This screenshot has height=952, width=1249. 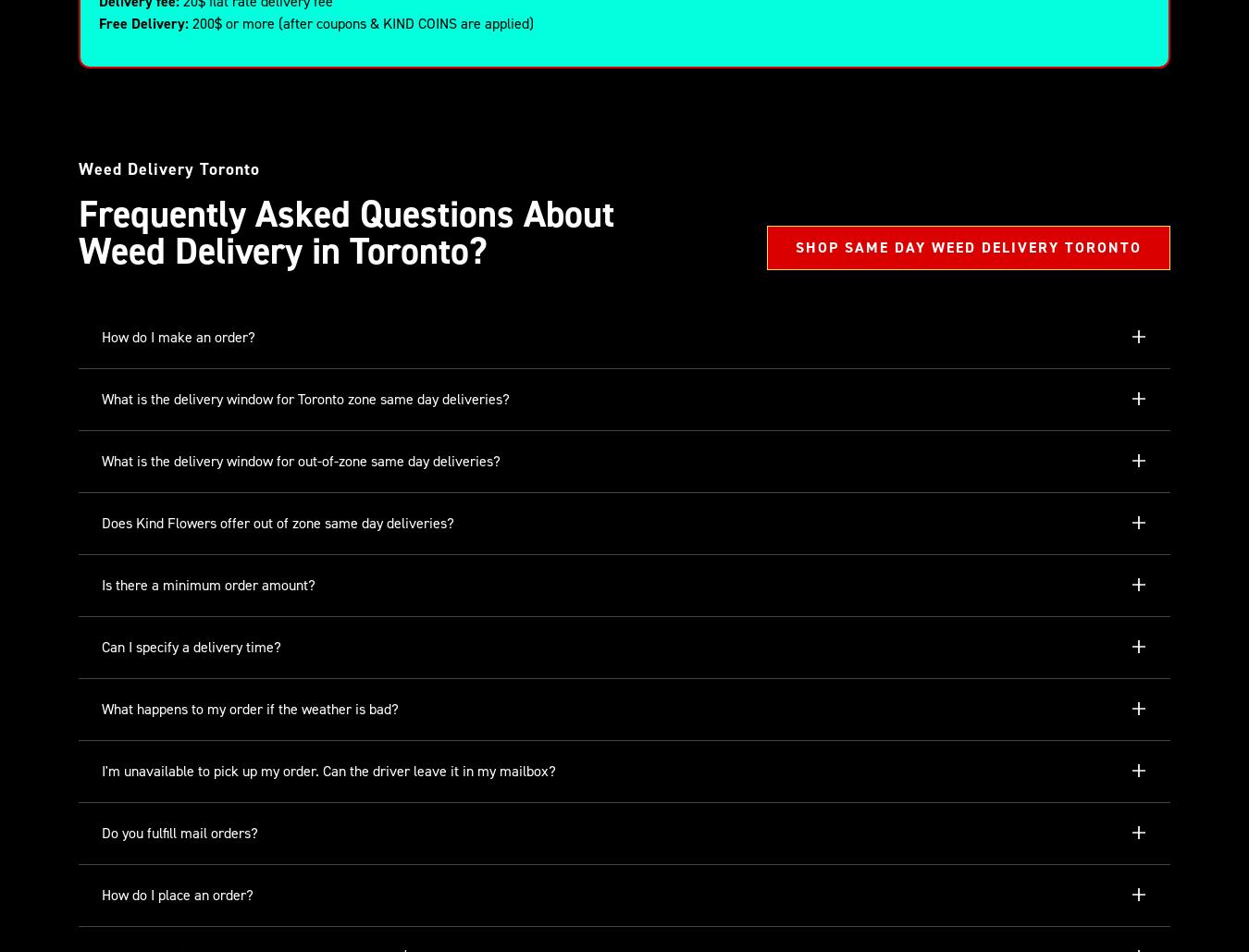 I want to click on 'Do you fulfill mail orders?', so click(x=101, y=833).